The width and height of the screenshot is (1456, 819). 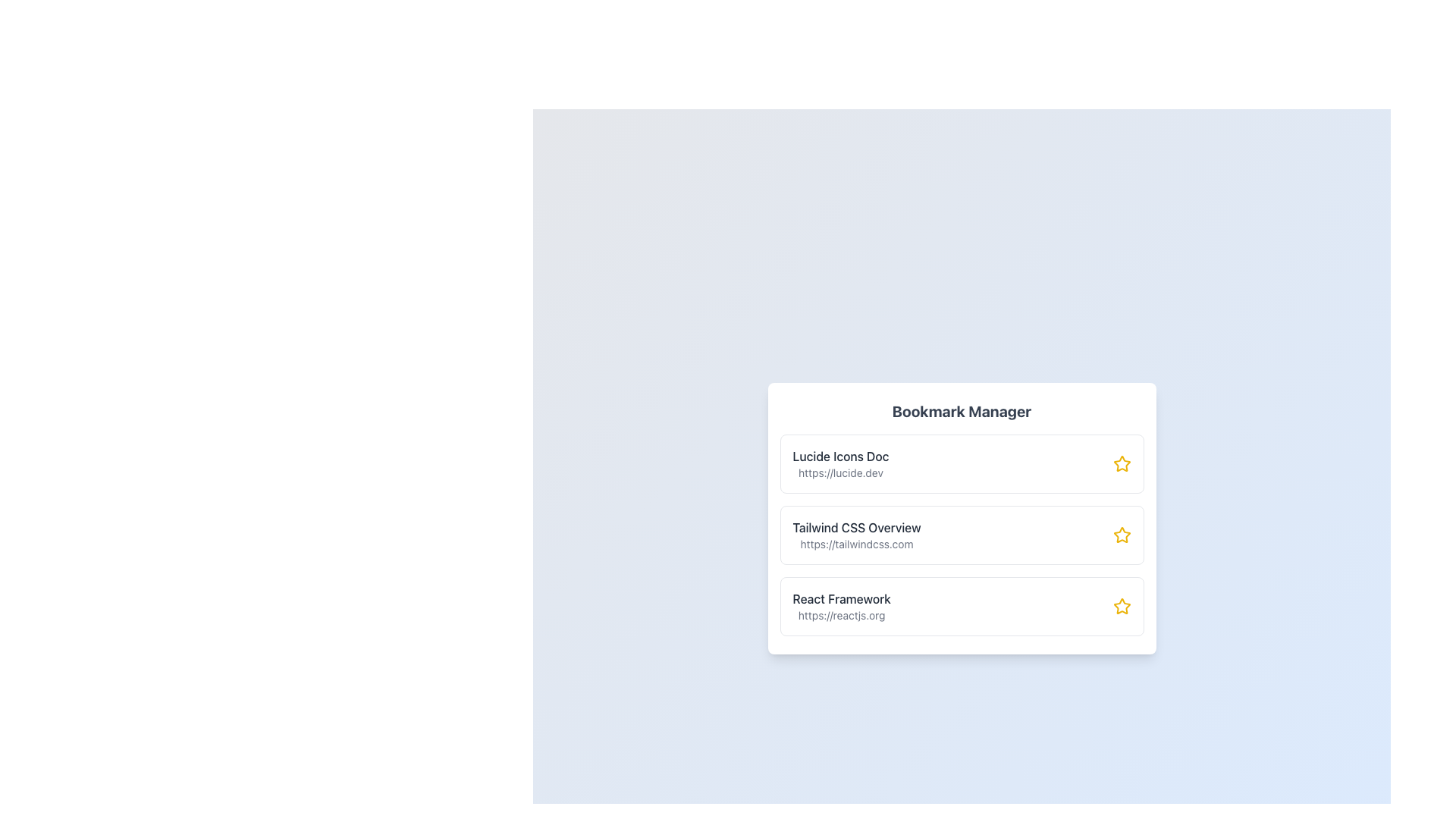 I want to click on the star icon in the 'Bookmark Manager' list, so click(x=1122, y=463).